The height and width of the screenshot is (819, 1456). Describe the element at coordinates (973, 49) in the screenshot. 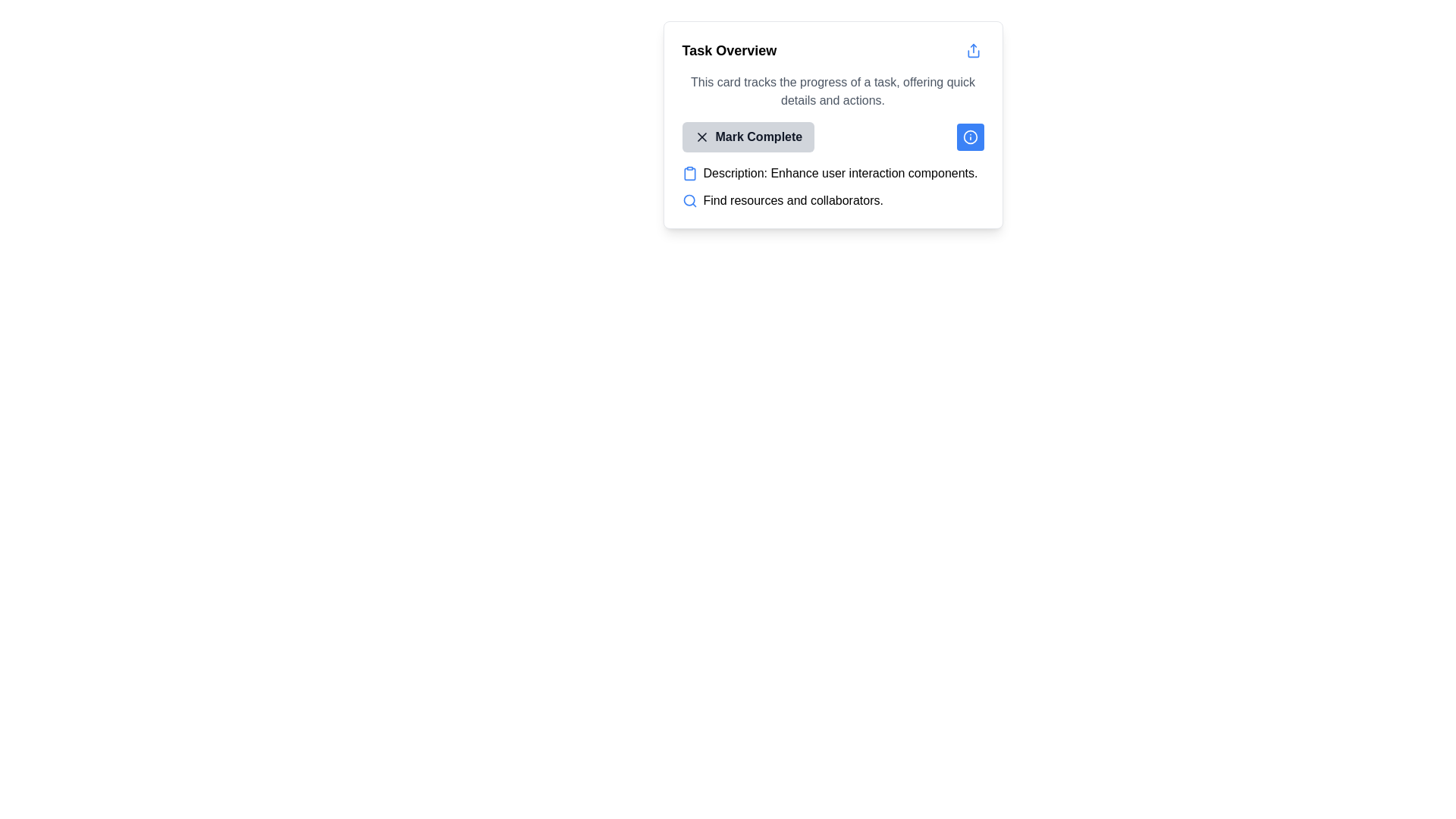

I see `the 'share' button with an SVG icon located at the top-right corner of the 'Task Overview' card layout` at that location.